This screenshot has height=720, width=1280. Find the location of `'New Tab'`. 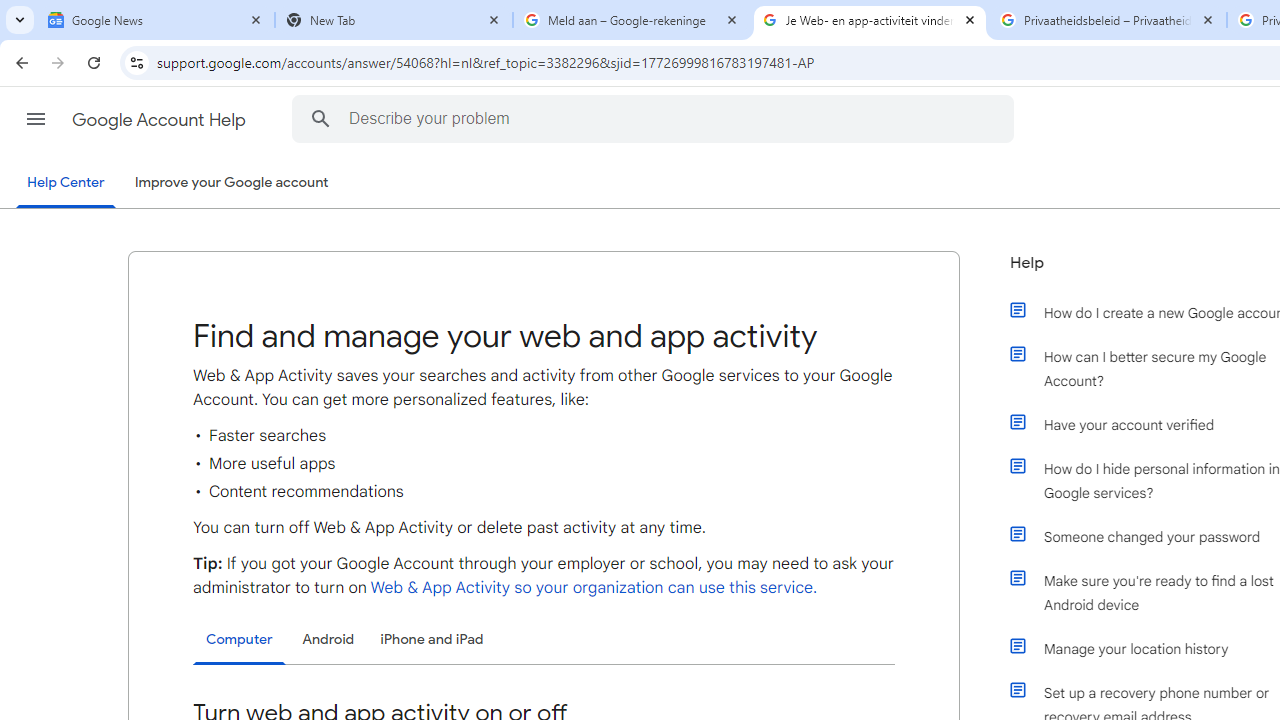

'New Tab' is located at coordinates (394, 20).